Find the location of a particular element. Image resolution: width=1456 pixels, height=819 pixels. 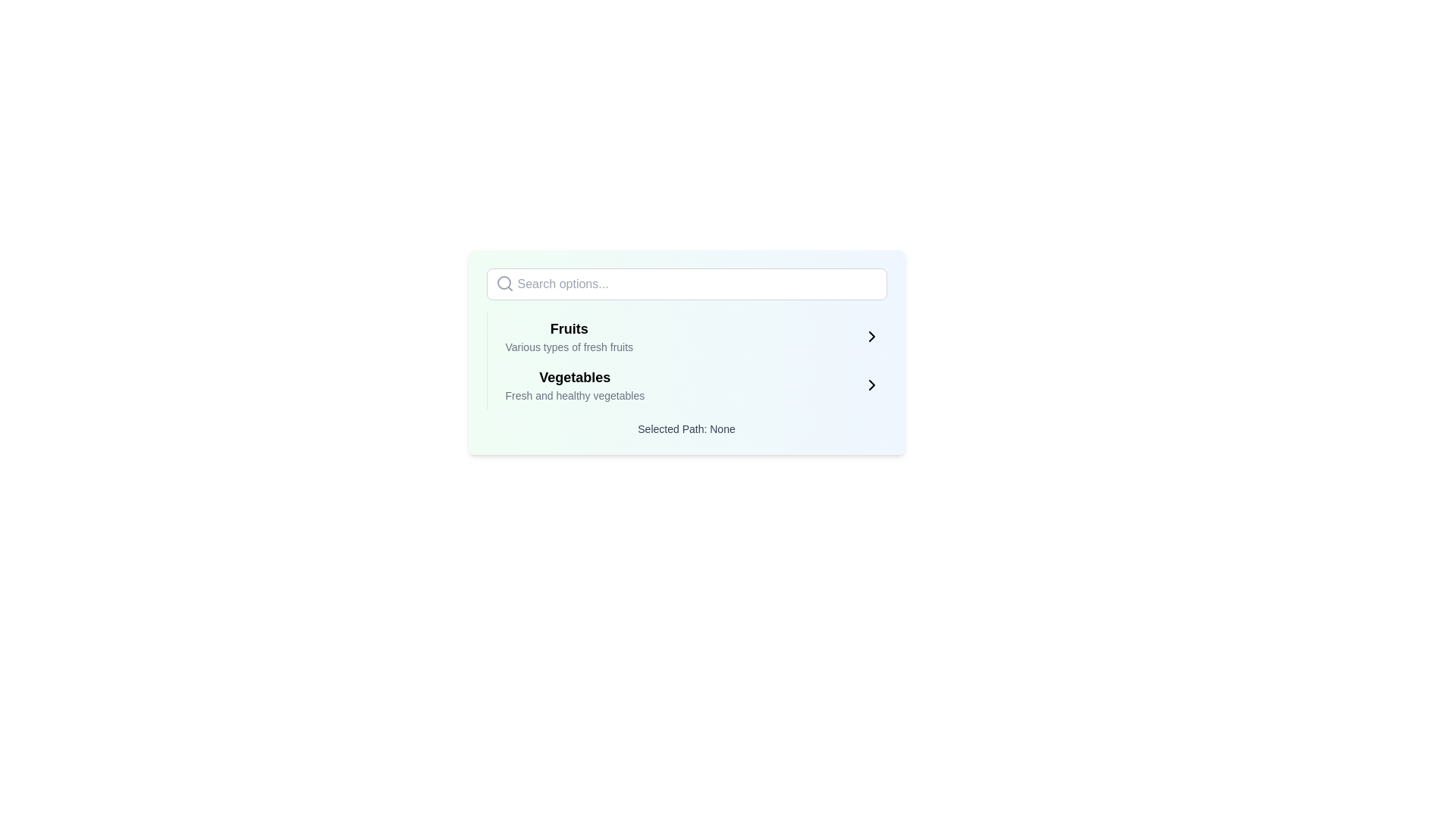

the Navigation Section element which contains options for 'Fruits' and 'Vegetables' is located at coordinates (686, 360).